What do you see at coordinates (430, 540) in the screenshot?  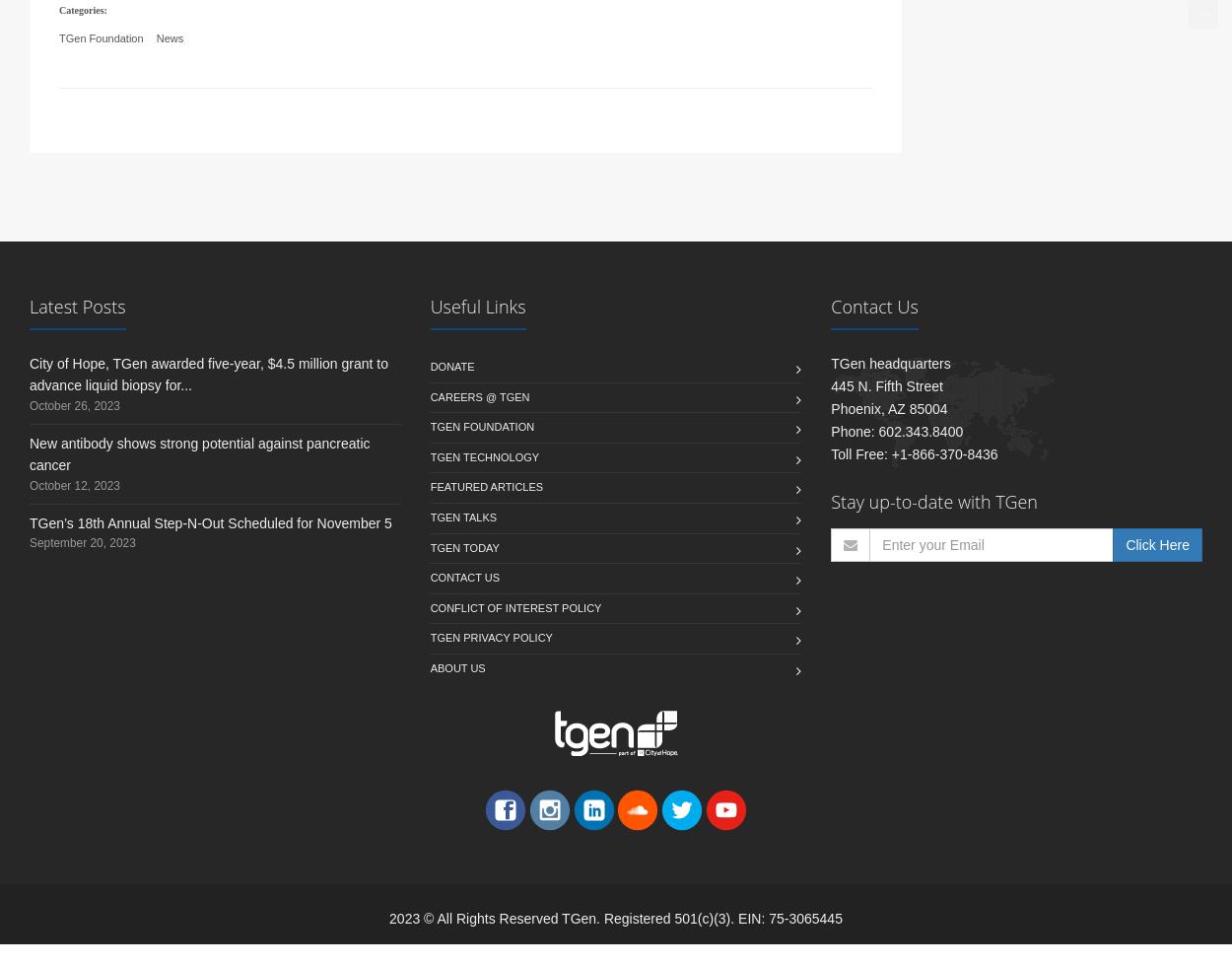 I see `'TGen Talks'` at bounding box center [430, 540].